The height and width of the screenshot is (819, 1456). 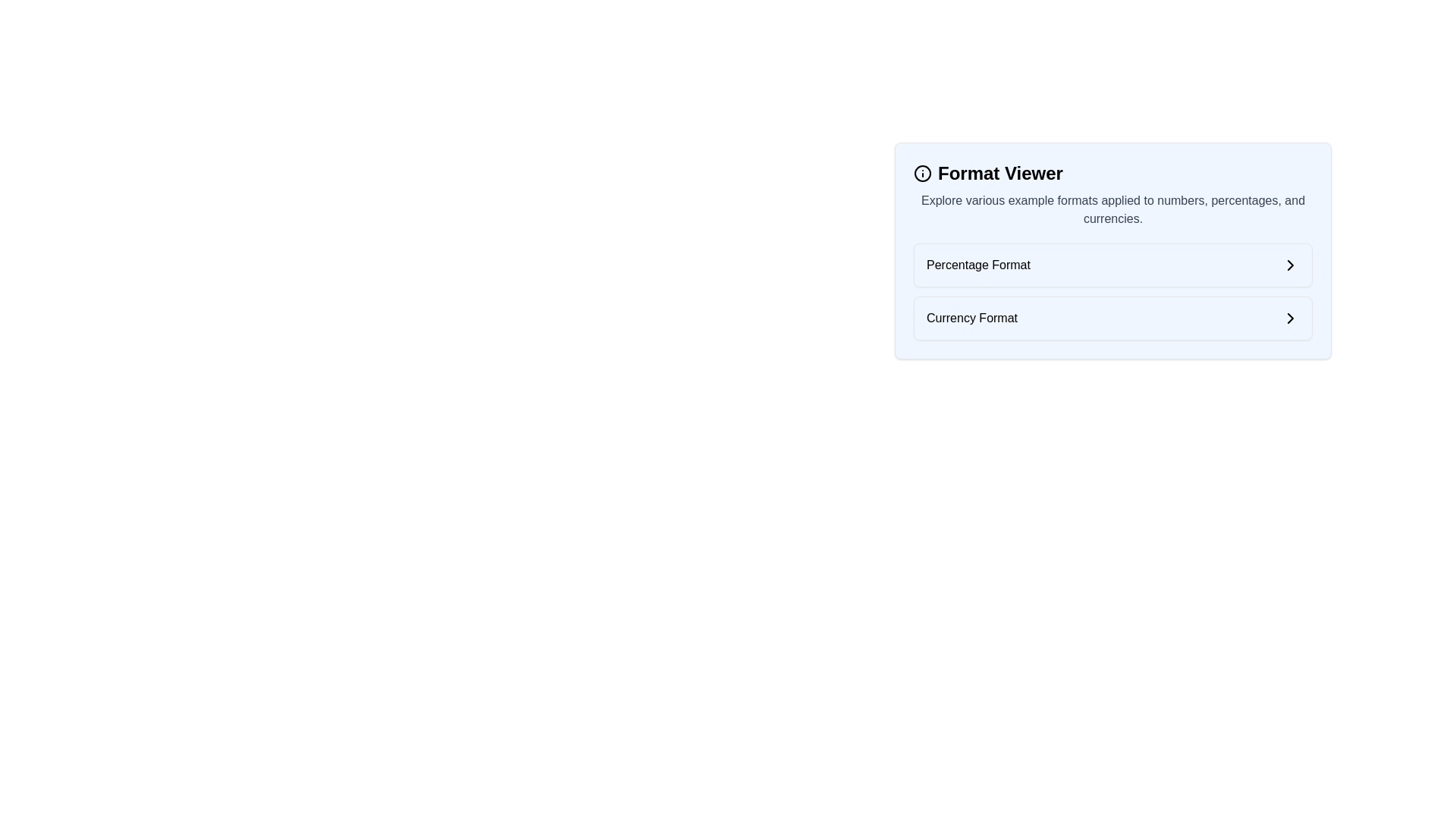 What do you see at coordinates (922, 172) in the screenshot?
I see `the design of the informational icon located directly to the left of the text 'Format Viewer'` at bounding box center [922, 172].